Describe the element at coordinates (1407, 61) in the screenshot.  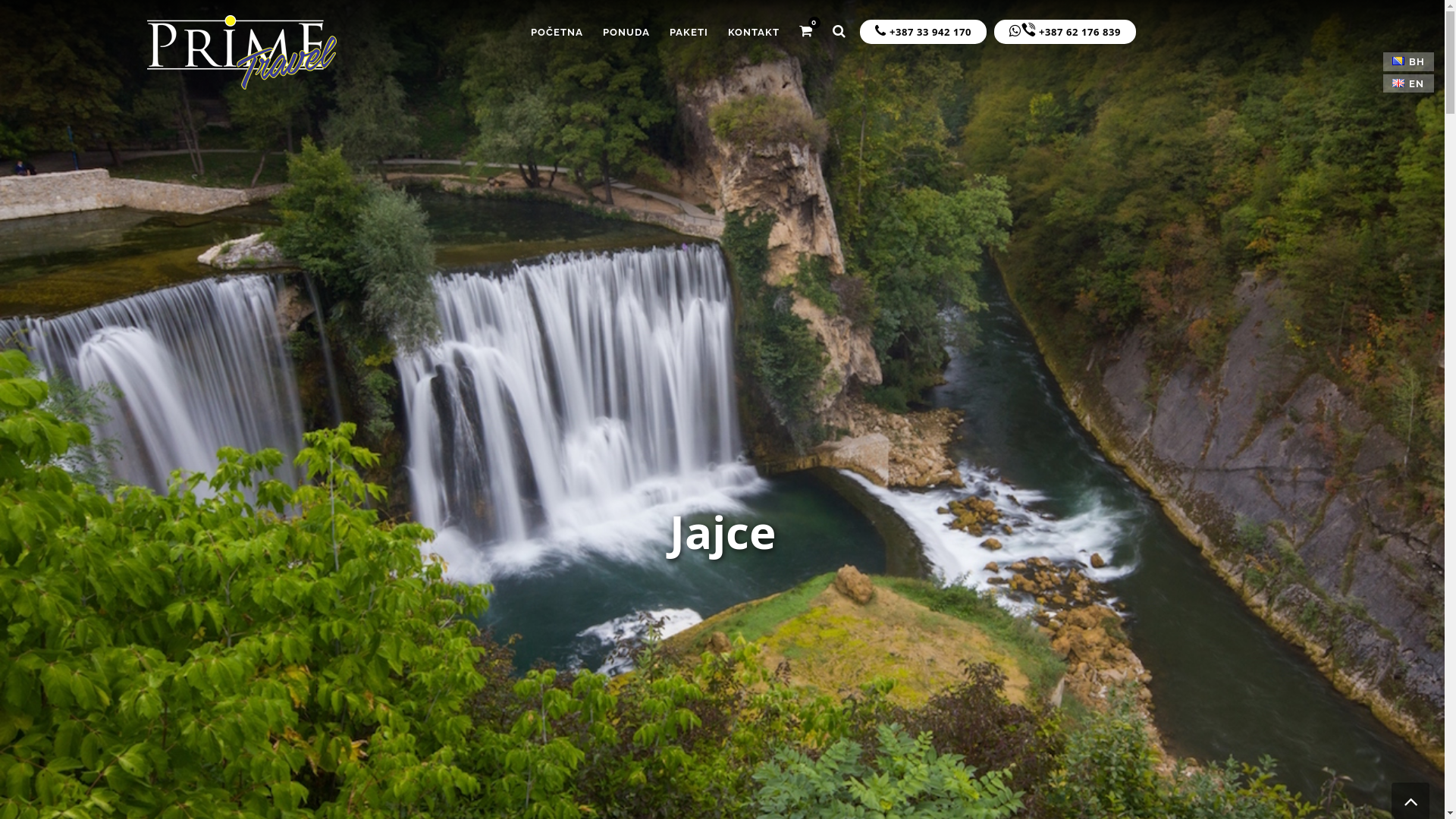
I see `'BH'` at that location.